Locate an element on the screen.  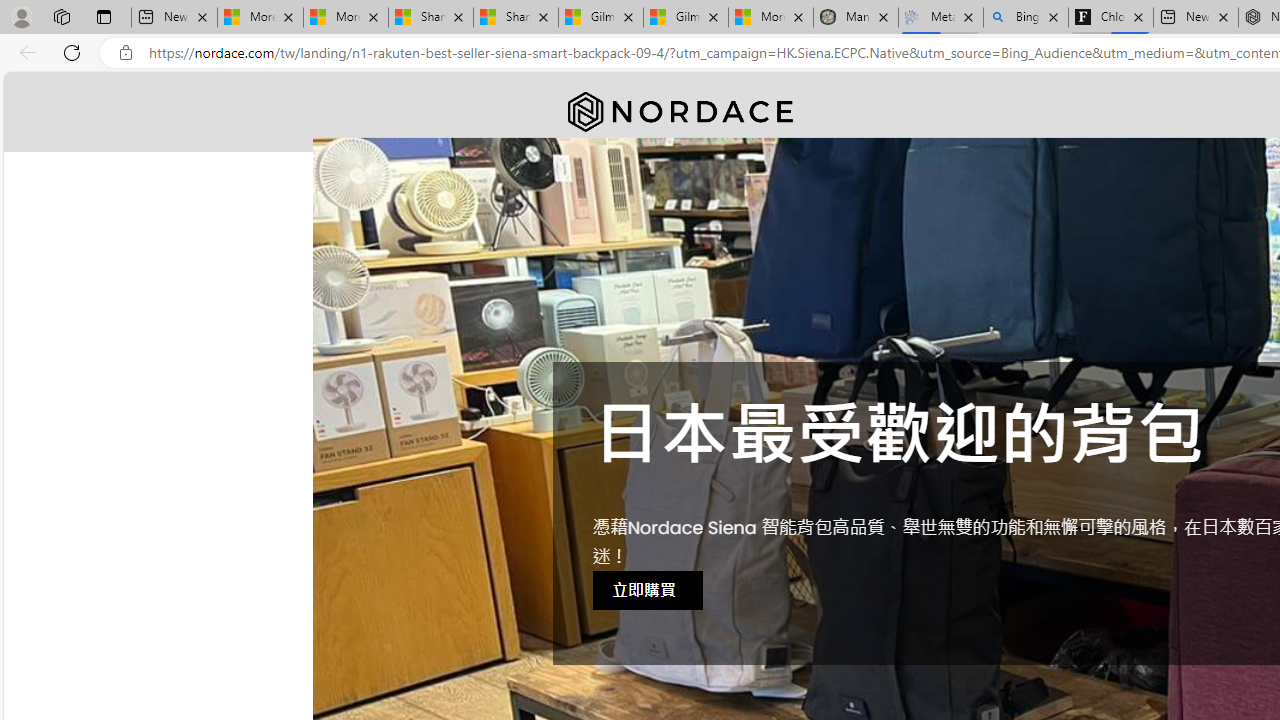
'Bing Real Estate - Home sales and rental listings' is located at coordinates (1025, 17).